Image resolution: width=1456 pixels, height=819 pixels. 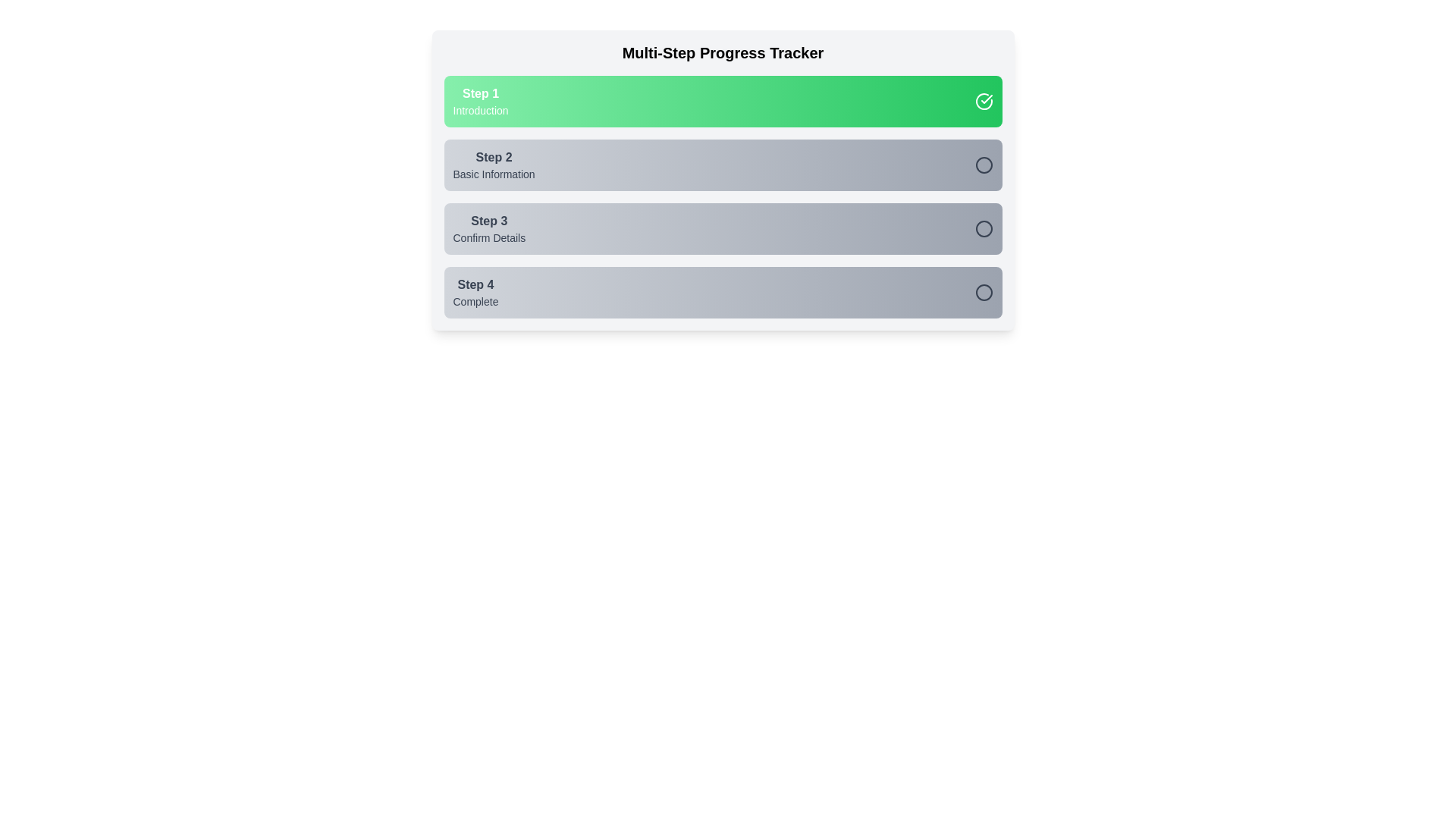 What do you see at coordinates (722, 52) in the screenshot?
I see `the text label reading 'Multi-Step Progress Tracker', which is styled with a large bold font, centered at the top of a multi-step progress interface` at bounding box center [722, 52].